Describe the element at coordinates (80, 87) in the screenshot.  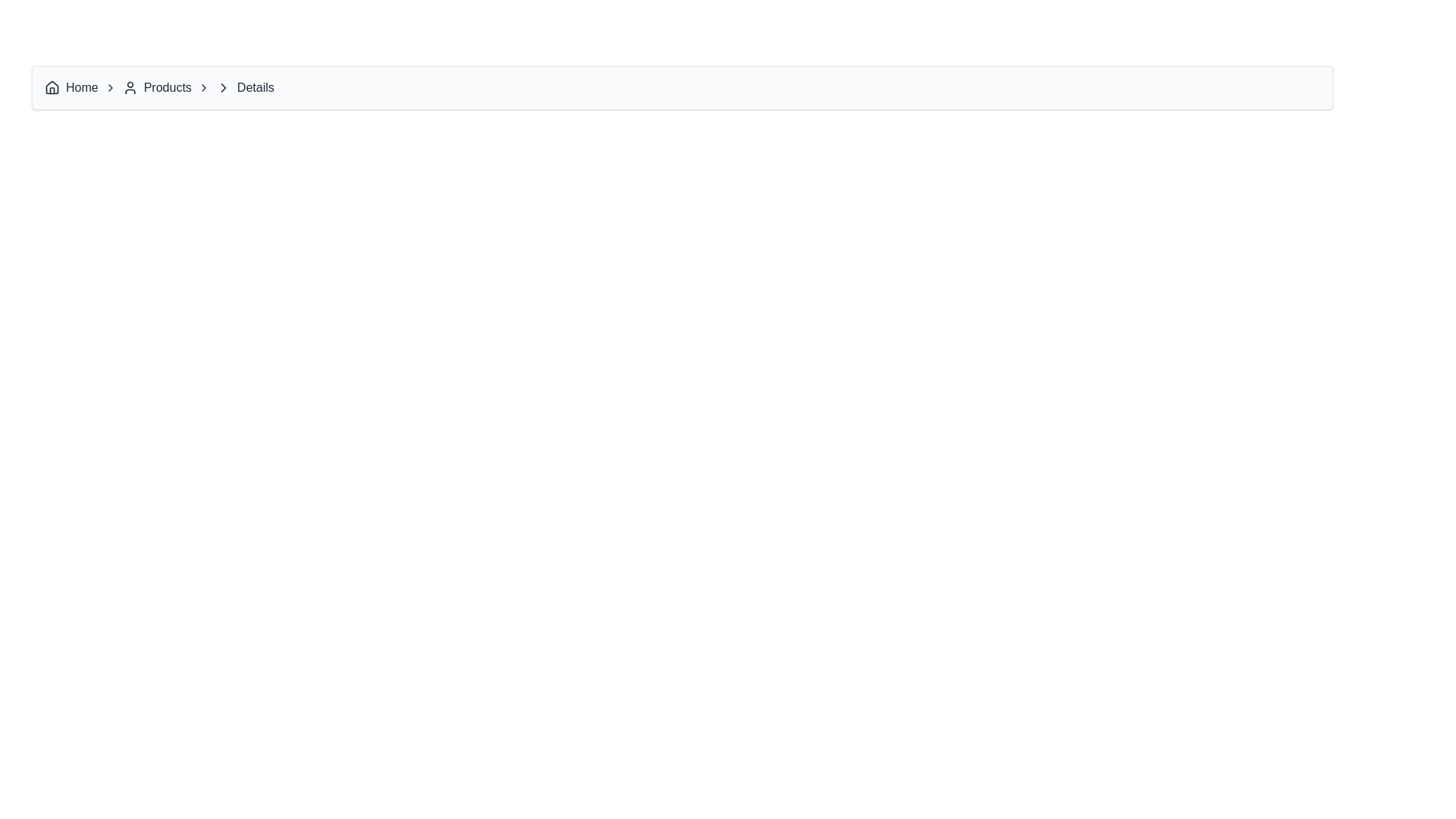
I see `the Breadcrumb navigation link located at the top left of the breadcrumb navigation bar` at that location.